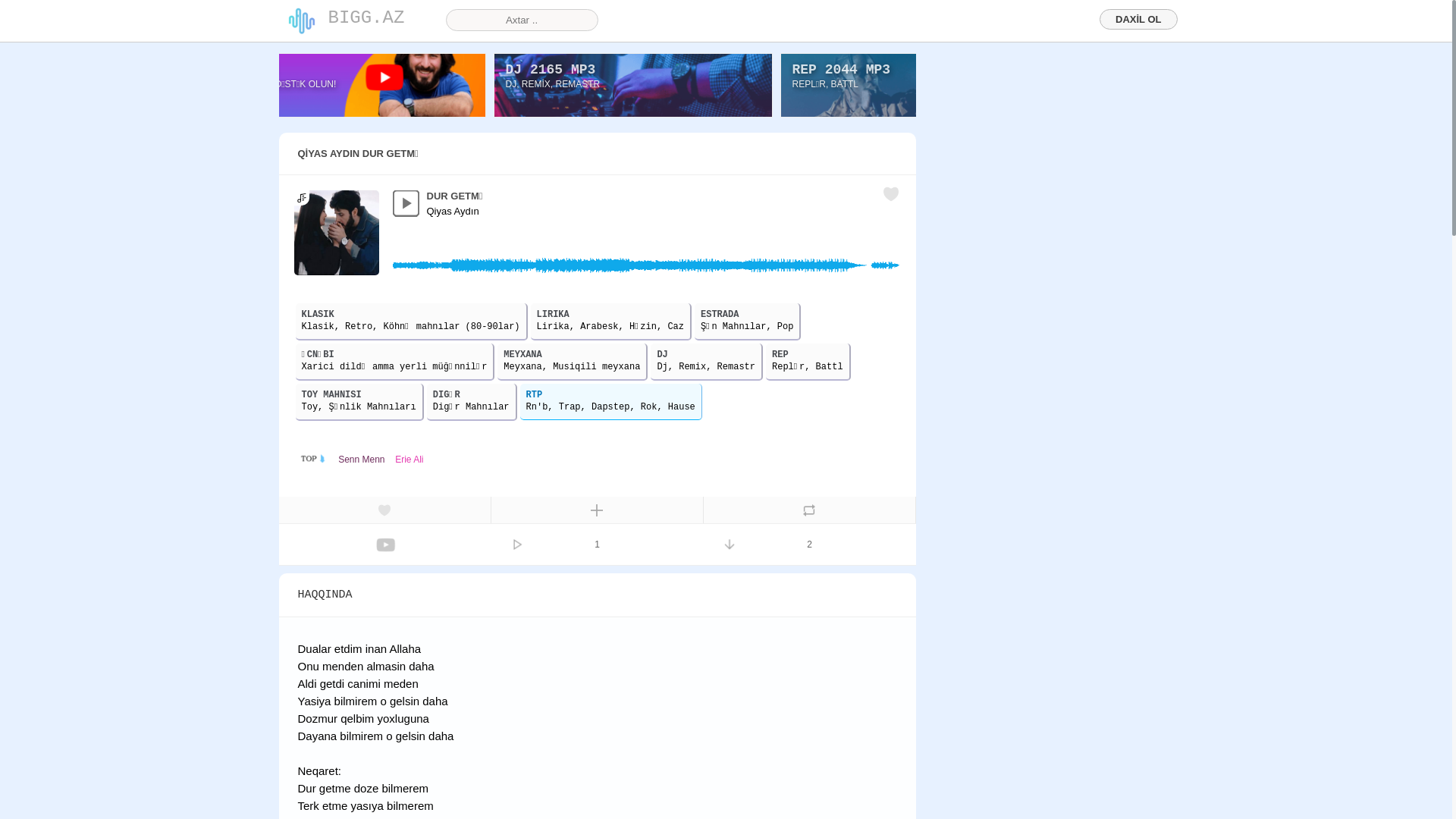 This screenshot has height=819, width=1456. What do you see at coordinates (839, 70) in the screenshot?
I see `'REP 2044 MP3'` at bounding box center [839, 70].